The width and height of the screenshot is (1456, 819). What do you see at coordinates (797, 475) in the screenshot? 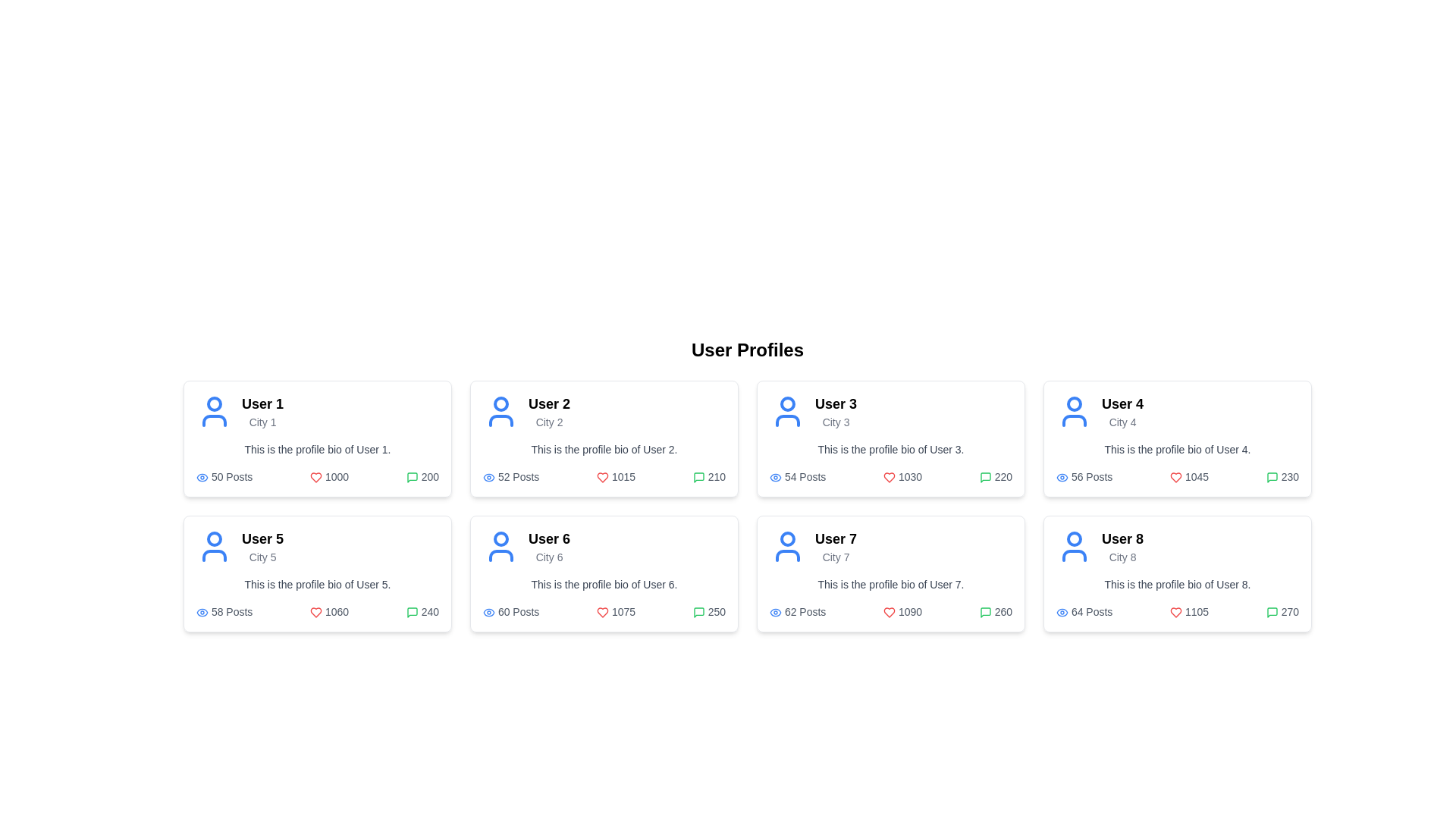
I see `the Text Label with Icon that displays the total number of posts for User 3, located in the bottom section of the profile card, top row, third column of the grid layout` at bounding box center [797, 475].